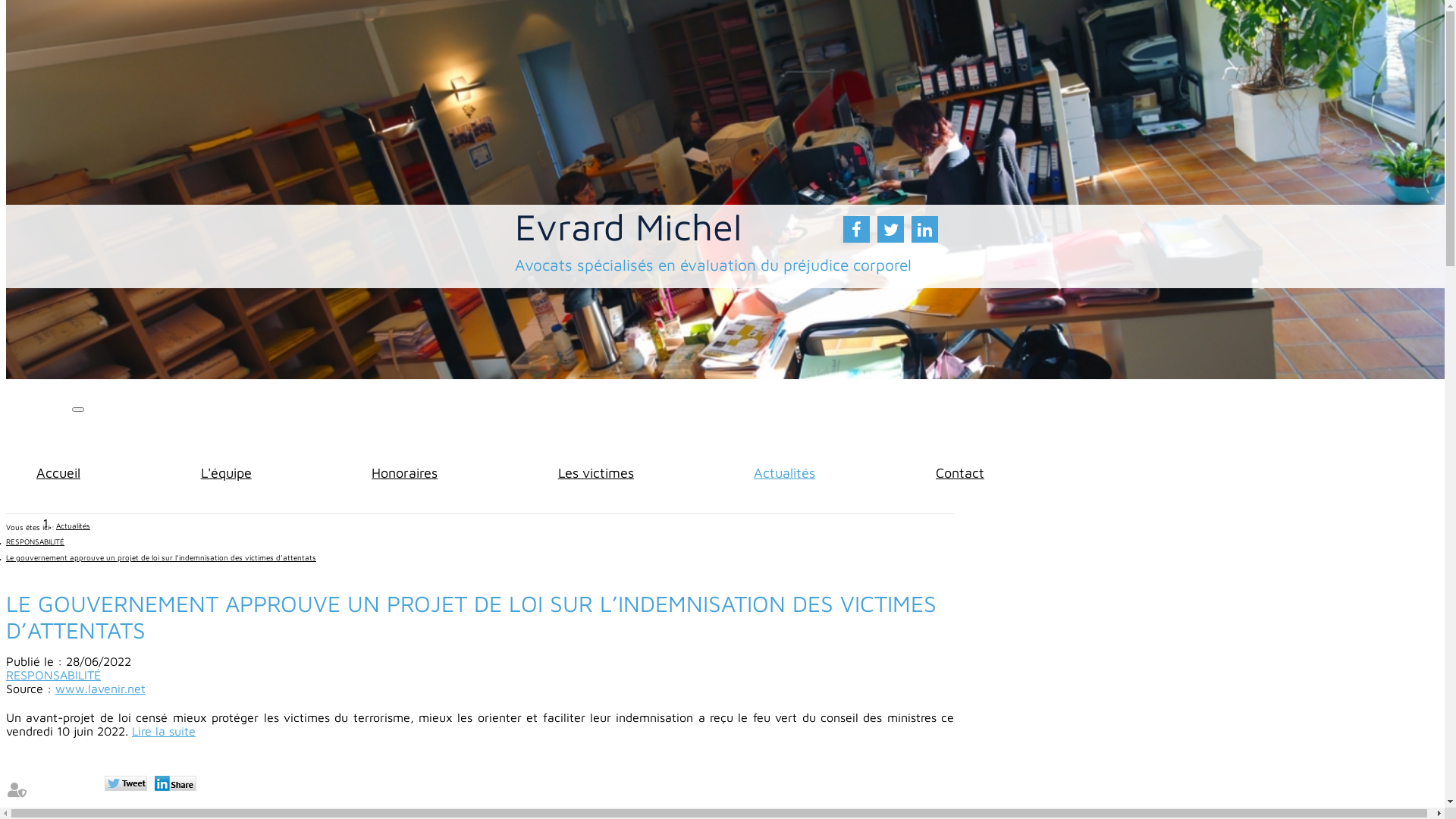  Describe the element at coordinates (131, 730) in the screenshot. I see `'Lire la suite'` at that location.